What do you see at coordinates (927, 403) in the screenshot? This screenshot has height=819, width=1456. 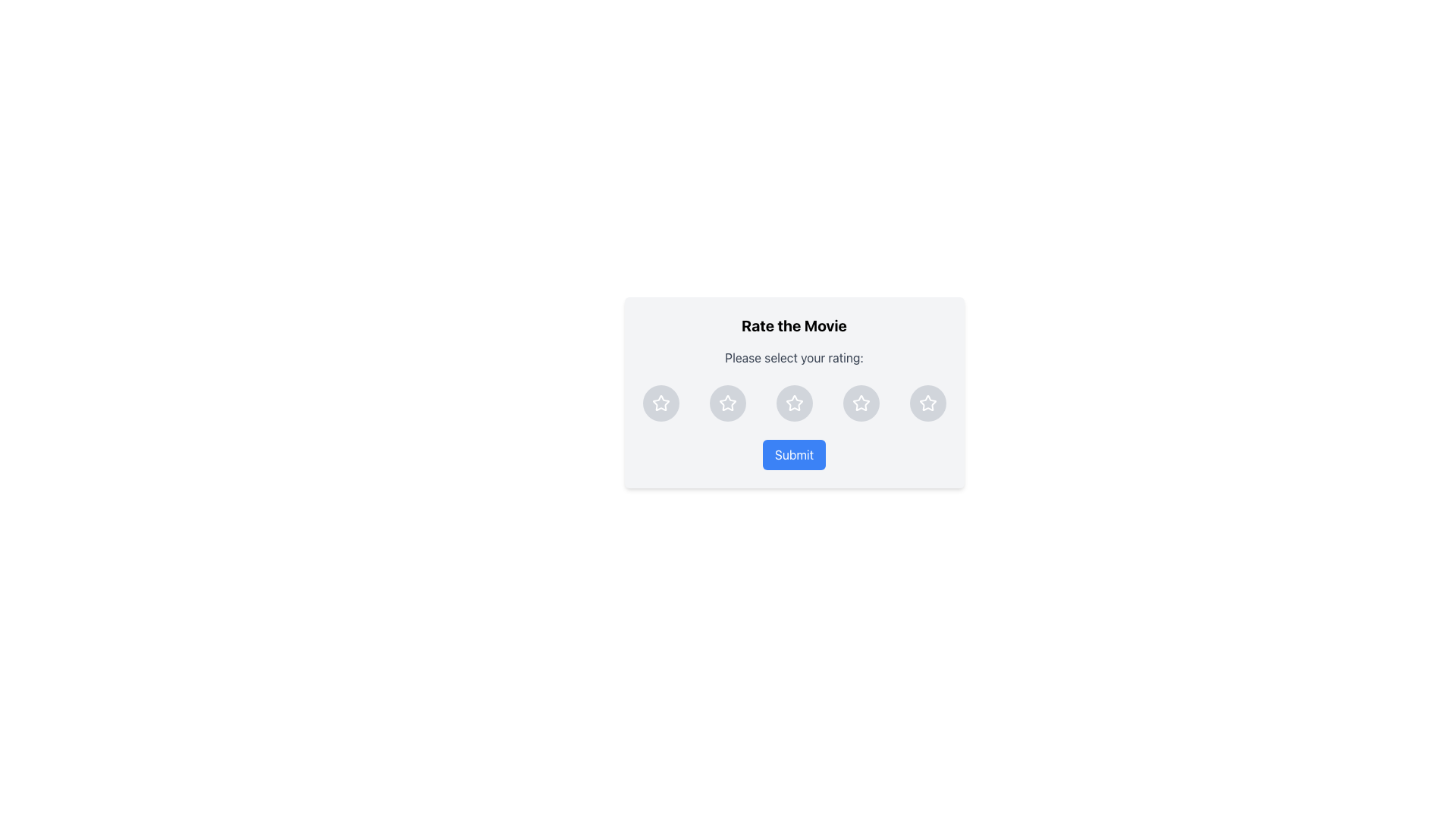 I see `the fifth star icon in the 5-star rating system to provide a rating of 5` at bounding box center [927, 403].